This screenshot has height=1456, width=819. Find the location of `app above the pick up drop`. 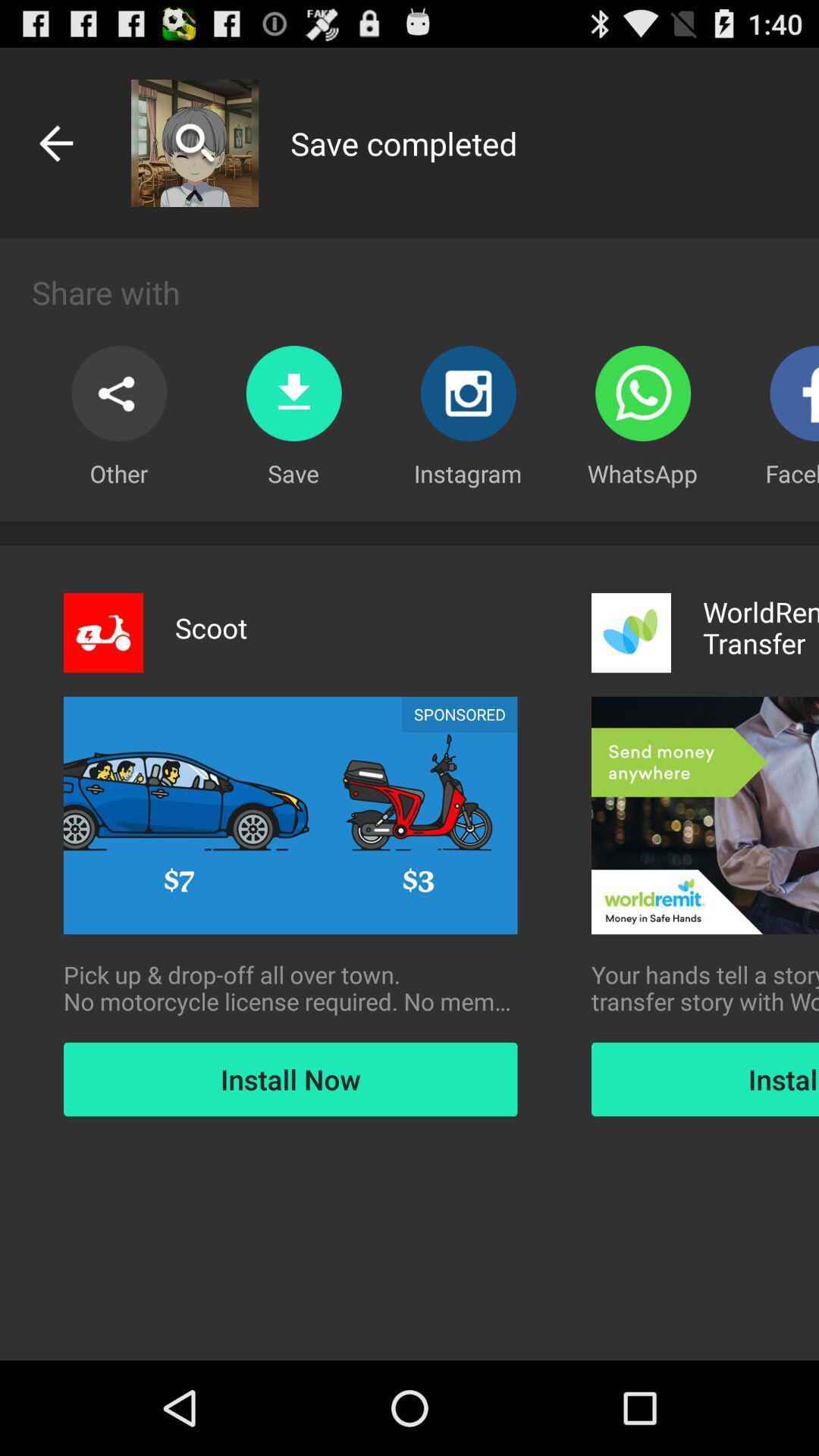

app above the pick up drop is located at coordinates (459, 714).